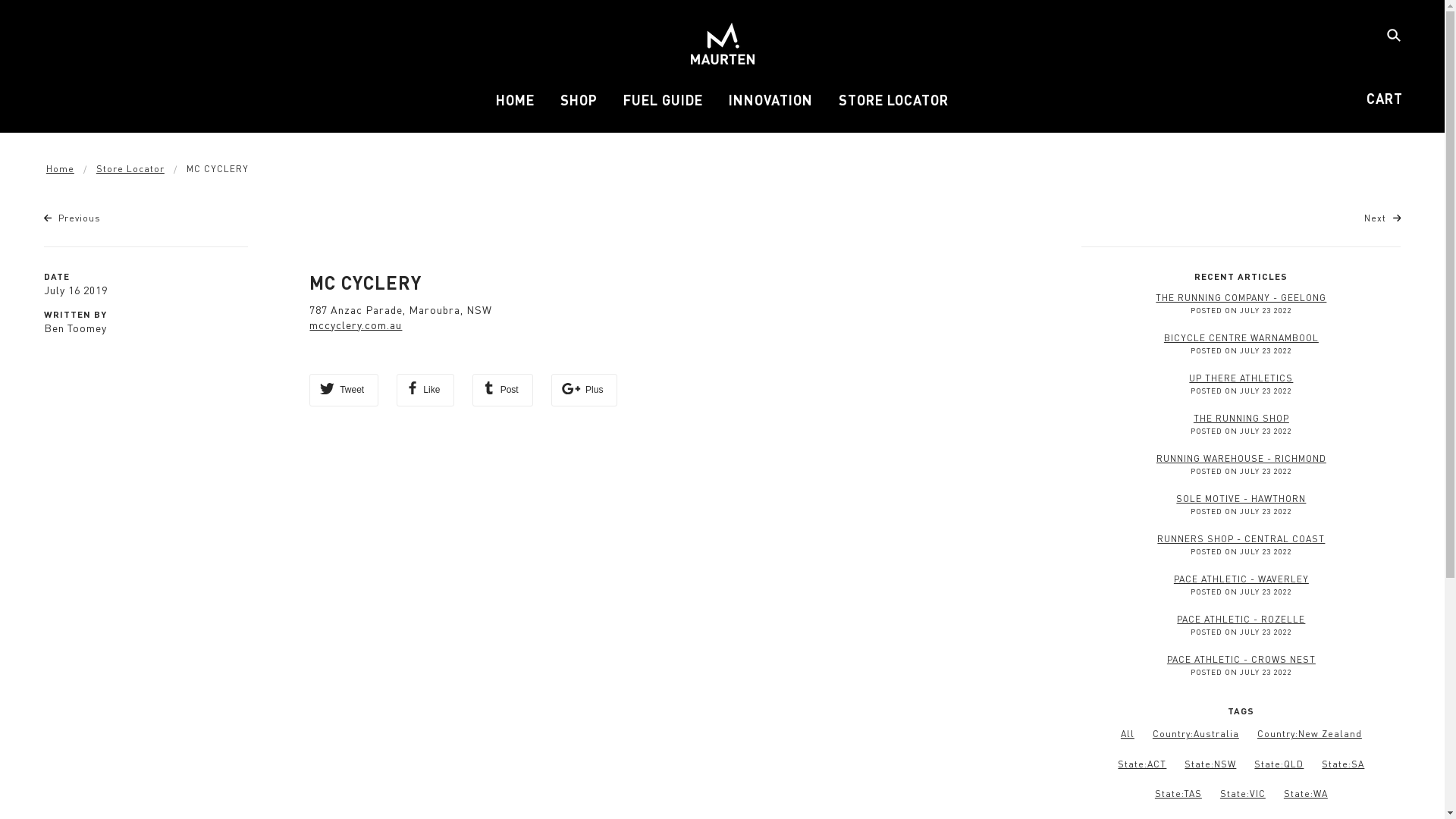 The height and width of the screenshot is (819, 1456). What do you see at coordinates (472, 389) in the screenshot?
I see `'Post'` at bounding box center [472, 389].